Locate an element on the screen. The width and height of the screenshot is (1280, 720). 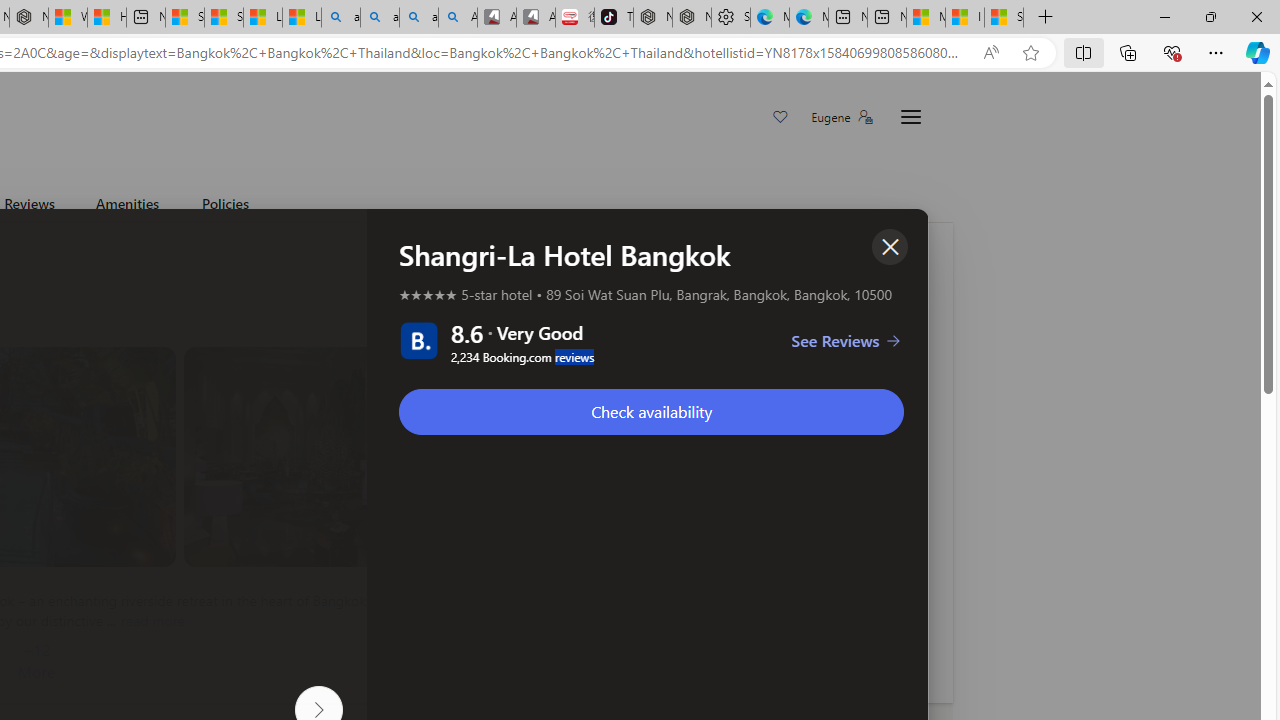
'Amazon Echo Robot - Search Images' is located at coordinates (457, 17).